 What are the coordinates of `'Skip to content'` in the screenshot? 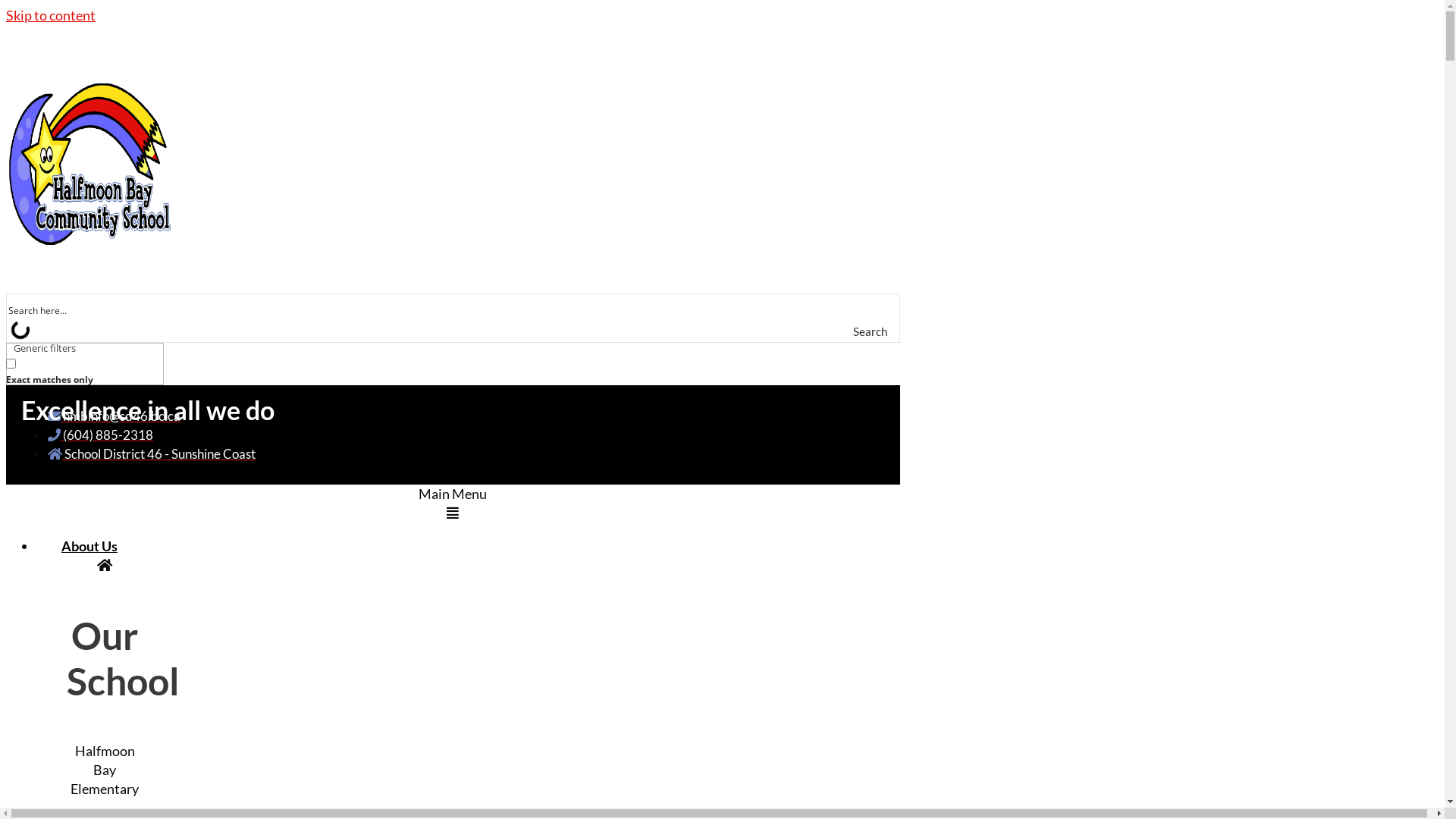 It's located at (51, 14).